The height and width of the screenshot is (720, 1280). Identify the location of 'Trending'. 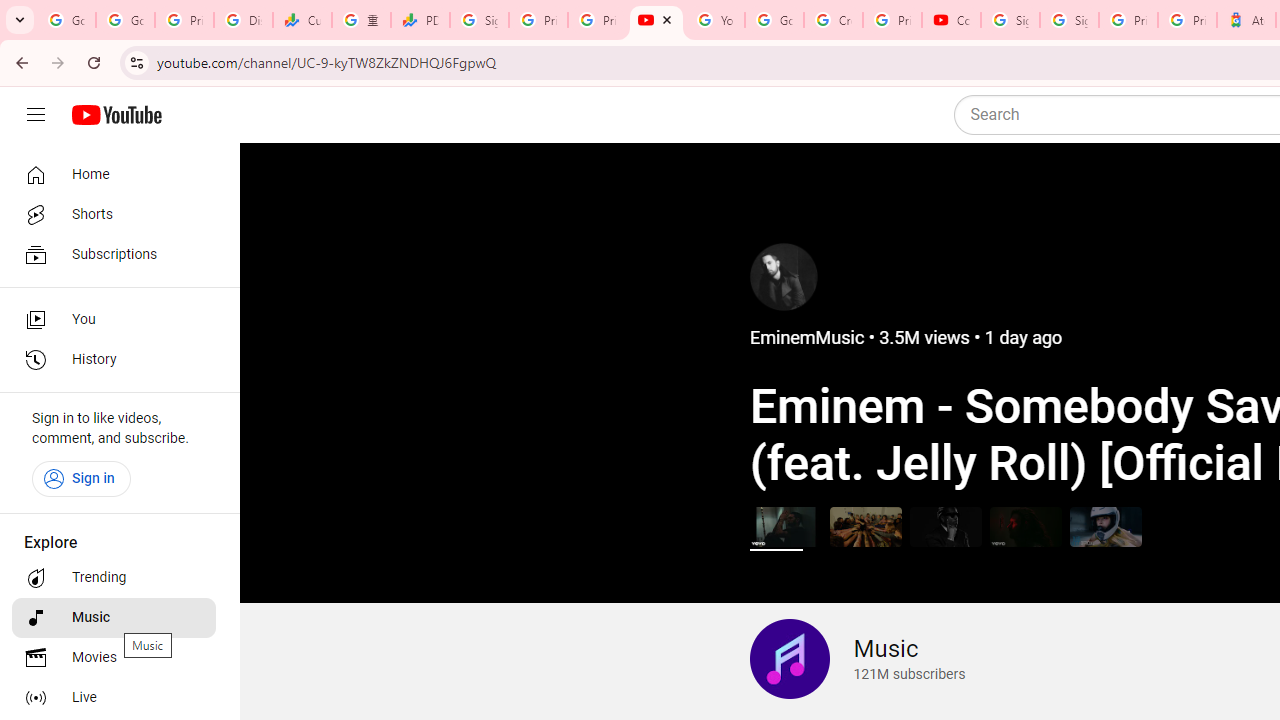
(112, 578).